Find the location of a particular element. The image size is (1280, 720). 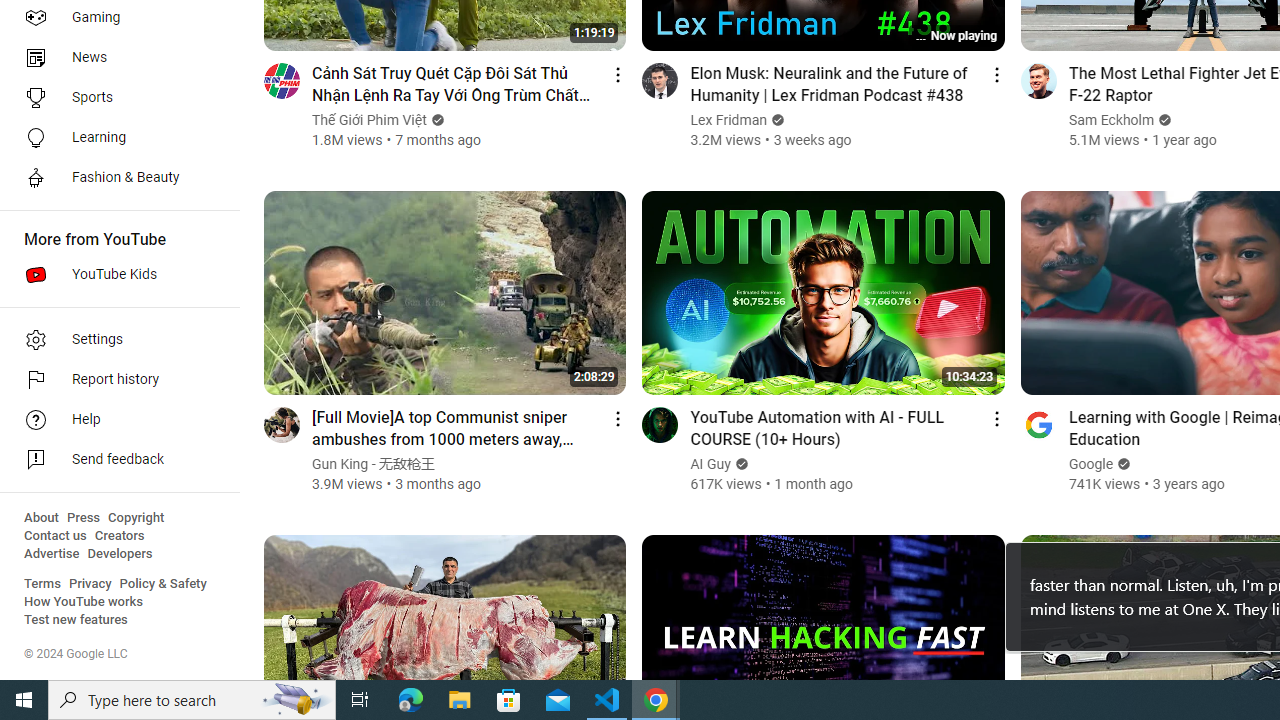

'Report history' is located at coordinates (112, 380).